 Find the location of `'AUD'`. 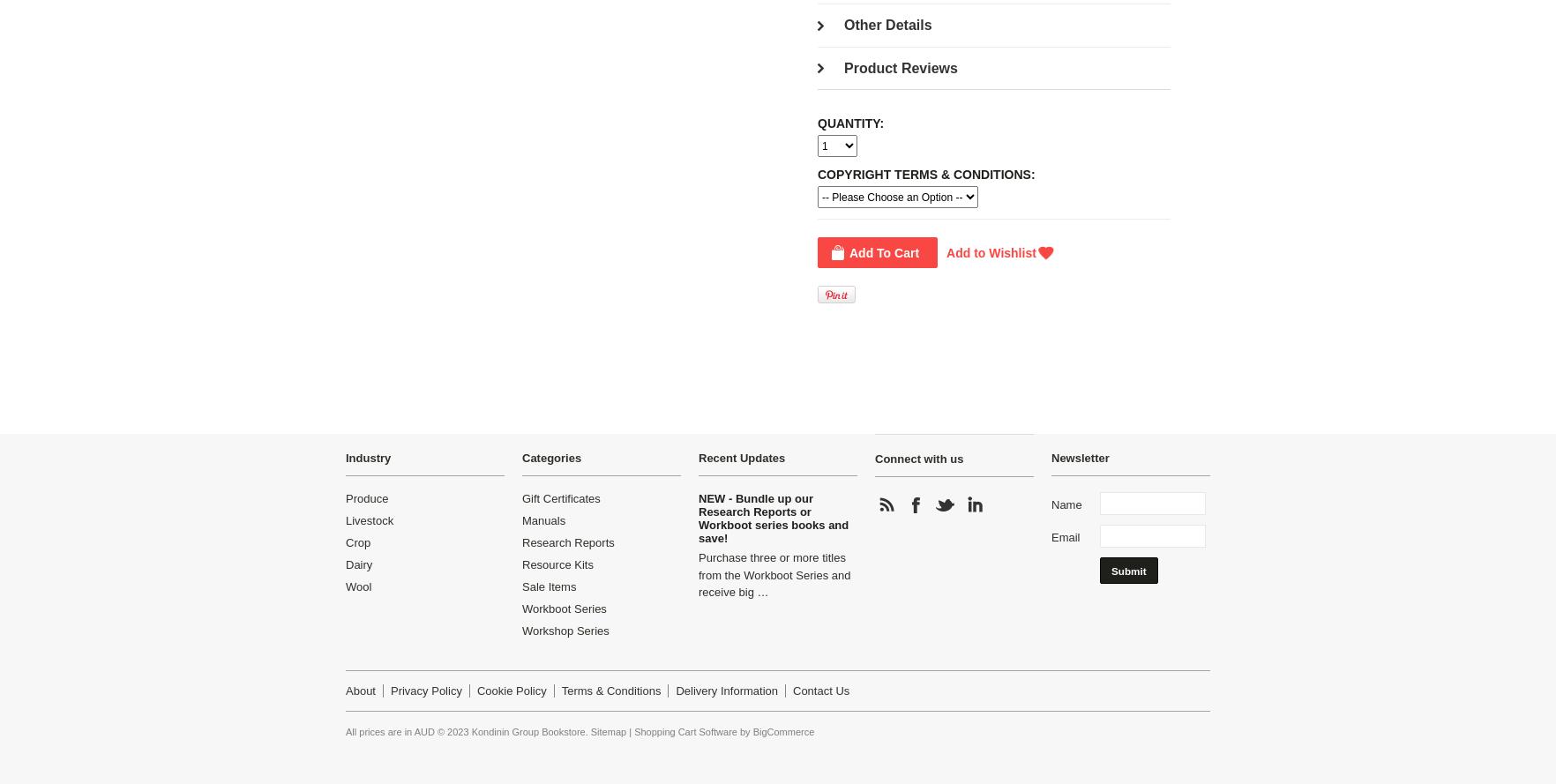

'AUD' is located at coordinates (423, 730).